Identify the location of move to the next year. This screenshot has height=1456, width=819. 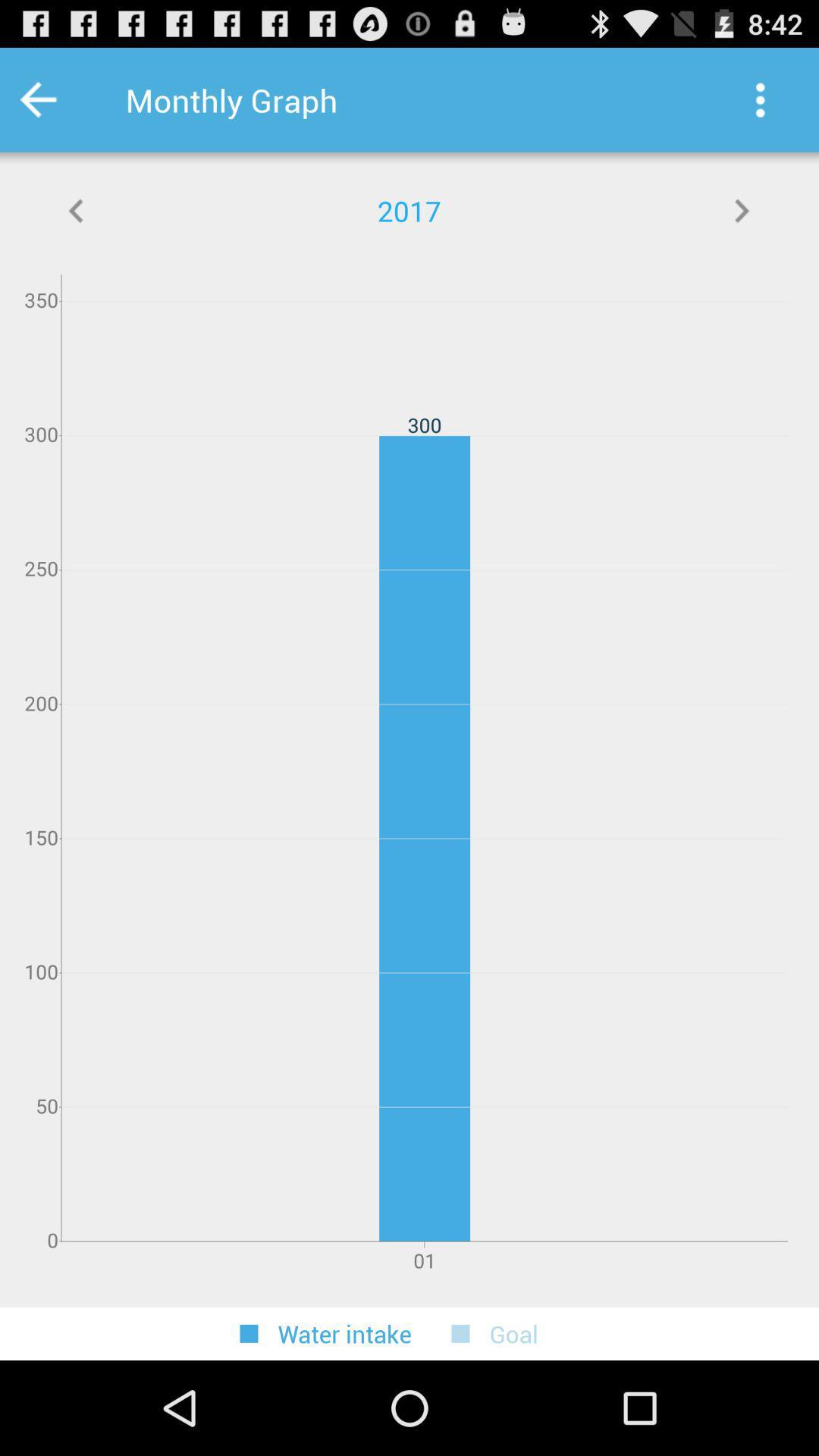
(741, 210).